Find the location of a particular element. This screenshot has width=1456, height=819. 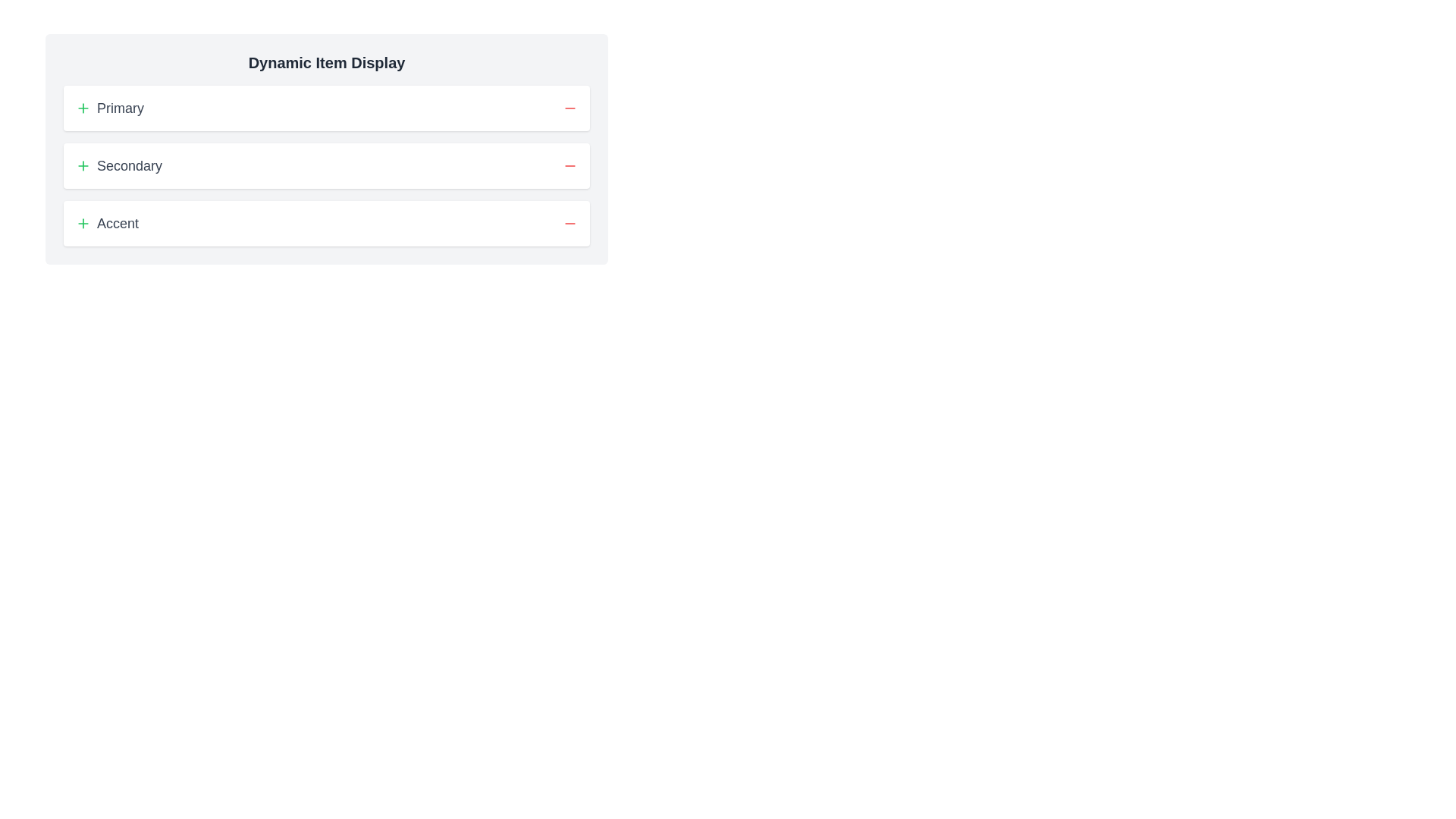

the text label that describes the primary option in the first row, located centrally aligned next to the green plus icon is located at coordinates (119, 107).